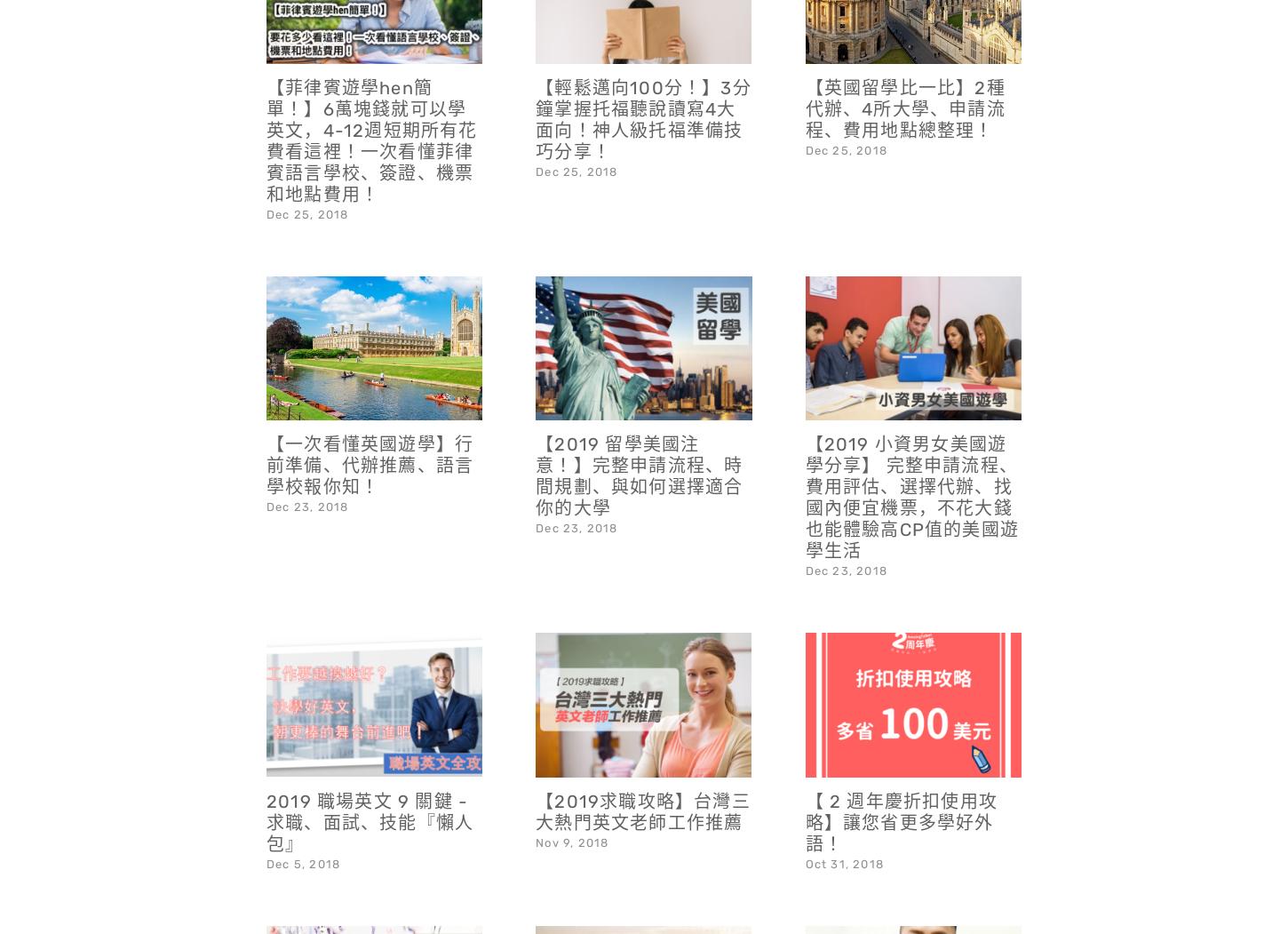 The width and height of the screenshot is (1288, 934). I want to click on '【英國留學比一比】2種代辦、4所大學、申請流程、費用地點總整理！', so click(904, 60).